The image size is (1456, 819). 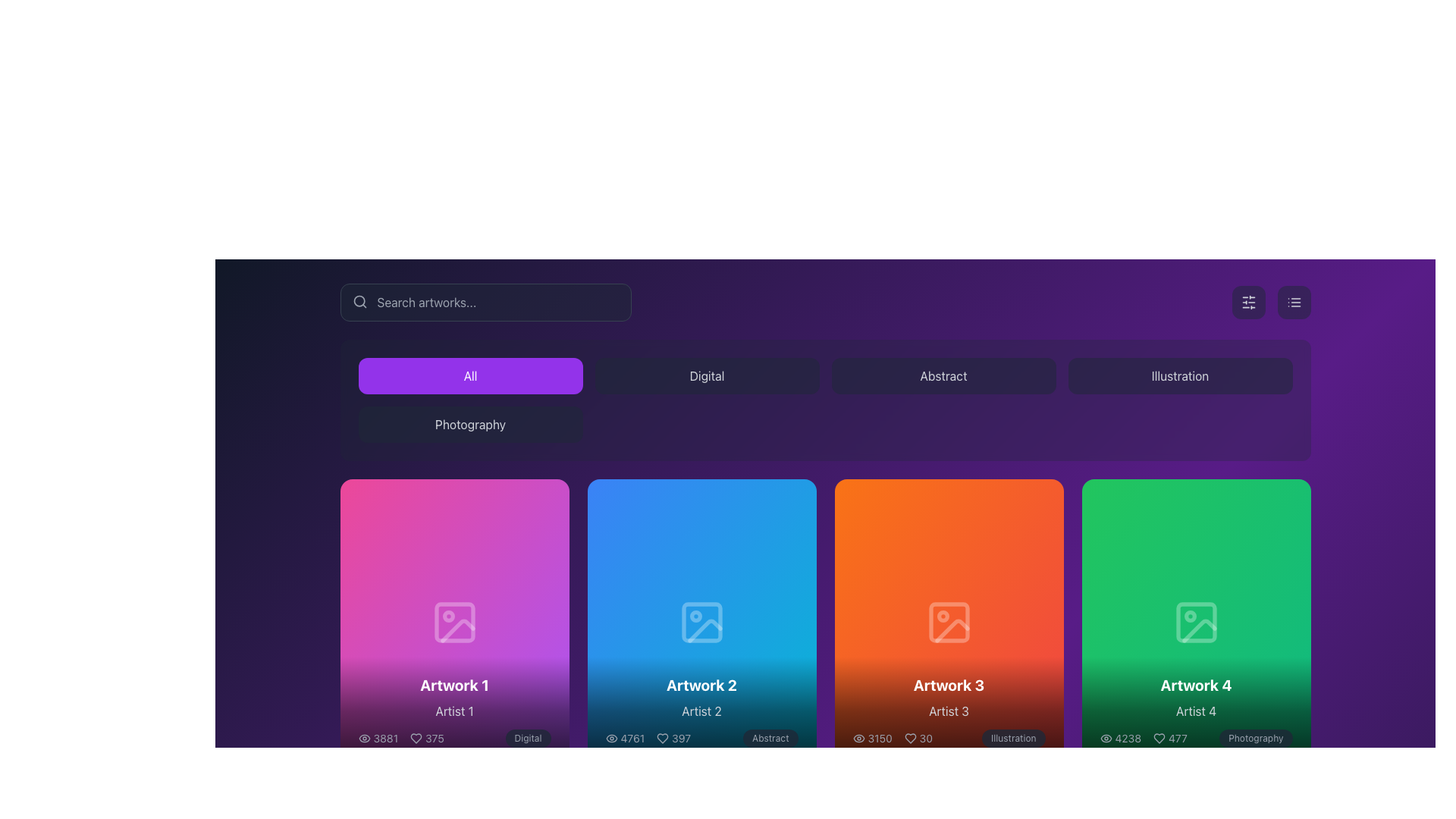 What do you see at coordinates (378, 737) in the screenshot?
I see `the number '3881' adjacent to the eye icon in the status indicator located at the bottom-left corner of the 'Artwork 1' card` at bounding box center [378, 737].